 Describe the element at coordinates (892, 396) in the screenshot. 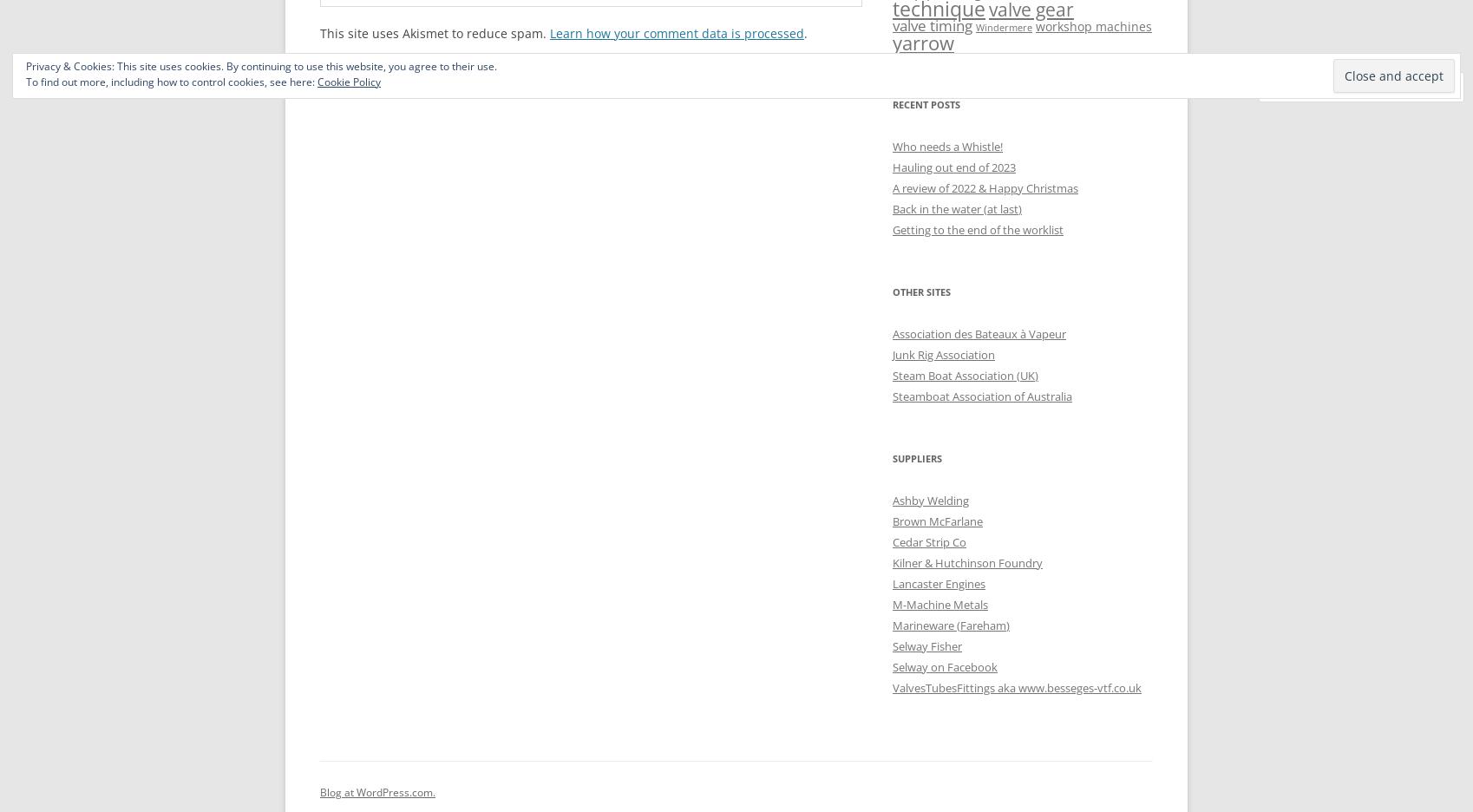

I see `'Steamboat Association of Australia'` at that location.